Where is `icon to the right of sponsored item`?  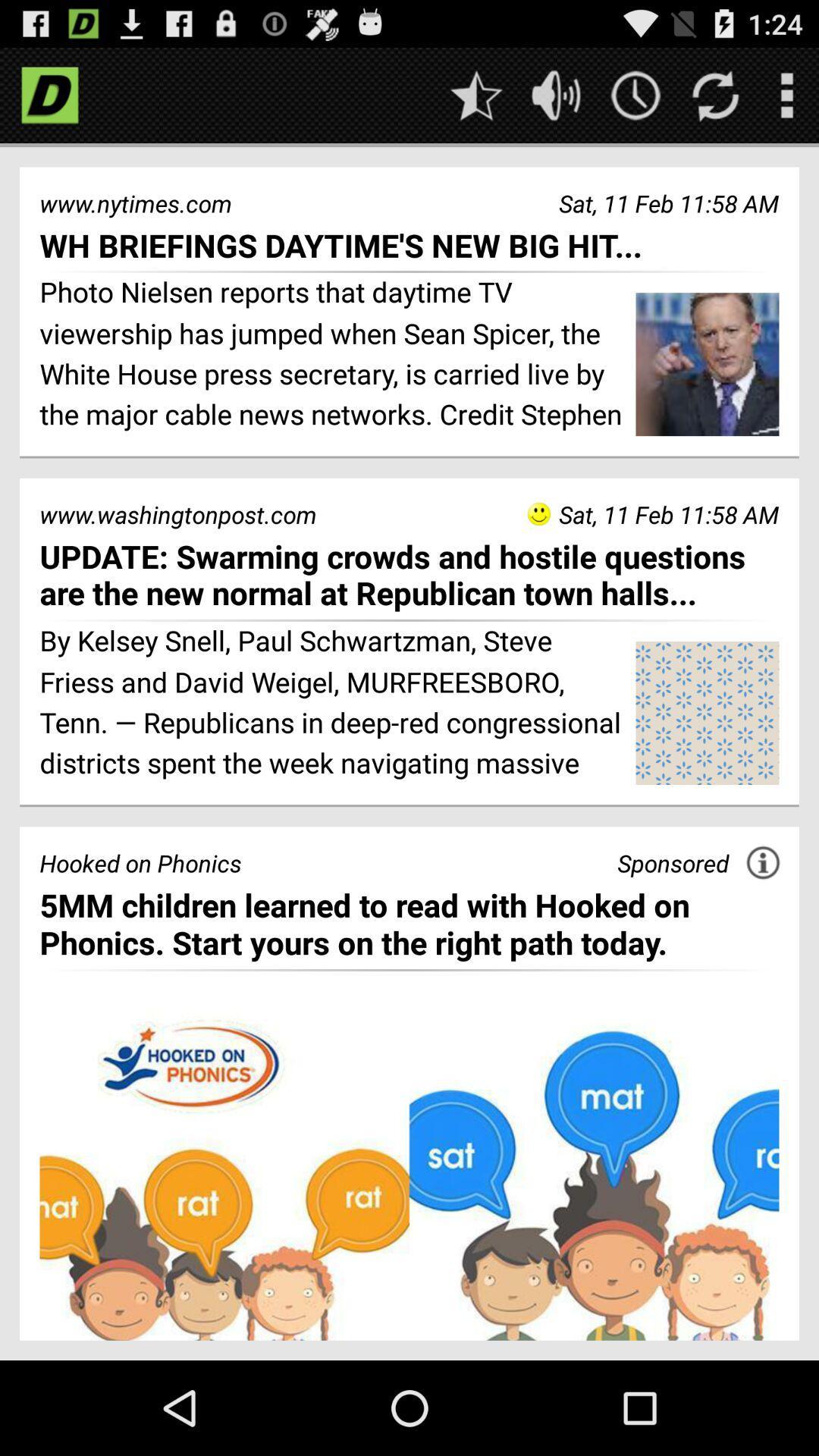 icon to the right of sponsored item is located at coordinates (763, 862).